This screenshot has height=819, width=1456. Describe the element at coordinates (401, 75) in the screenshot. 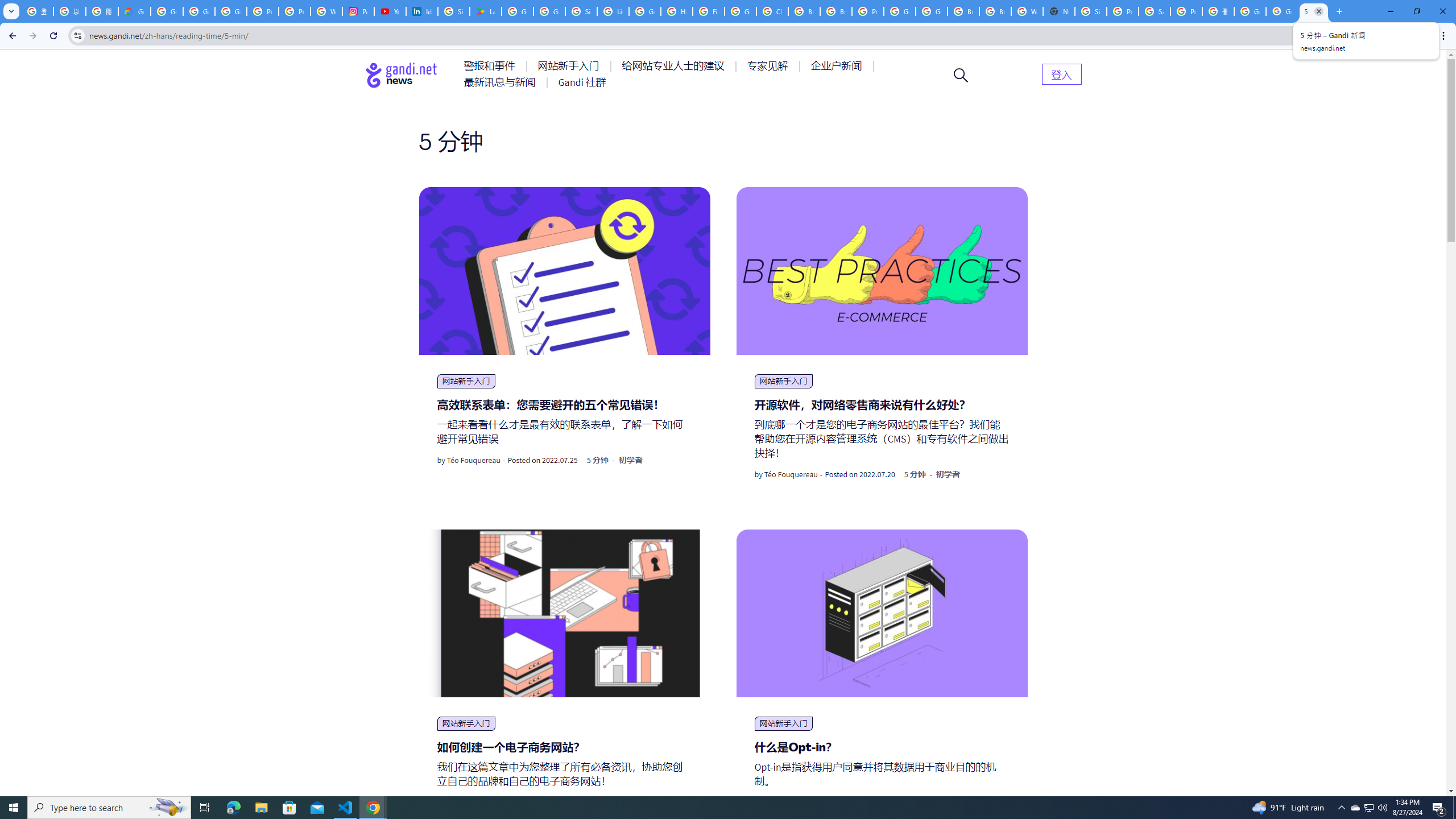

I see `'Go to home'` at that location.